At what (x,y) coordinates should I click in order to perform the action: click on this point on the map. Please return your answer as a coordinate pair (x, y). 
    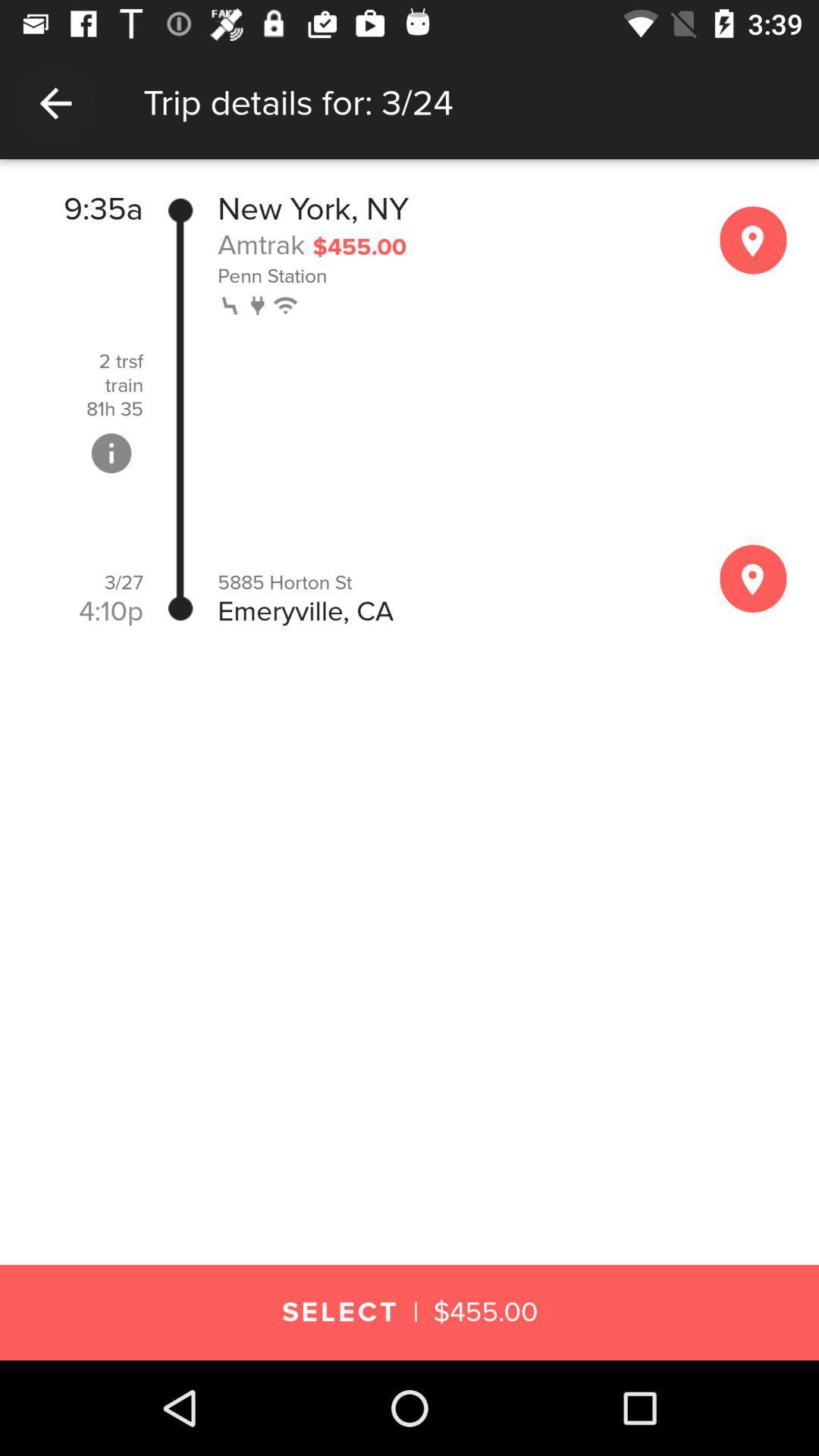
    Looking at the image, I should click on (753, 239).